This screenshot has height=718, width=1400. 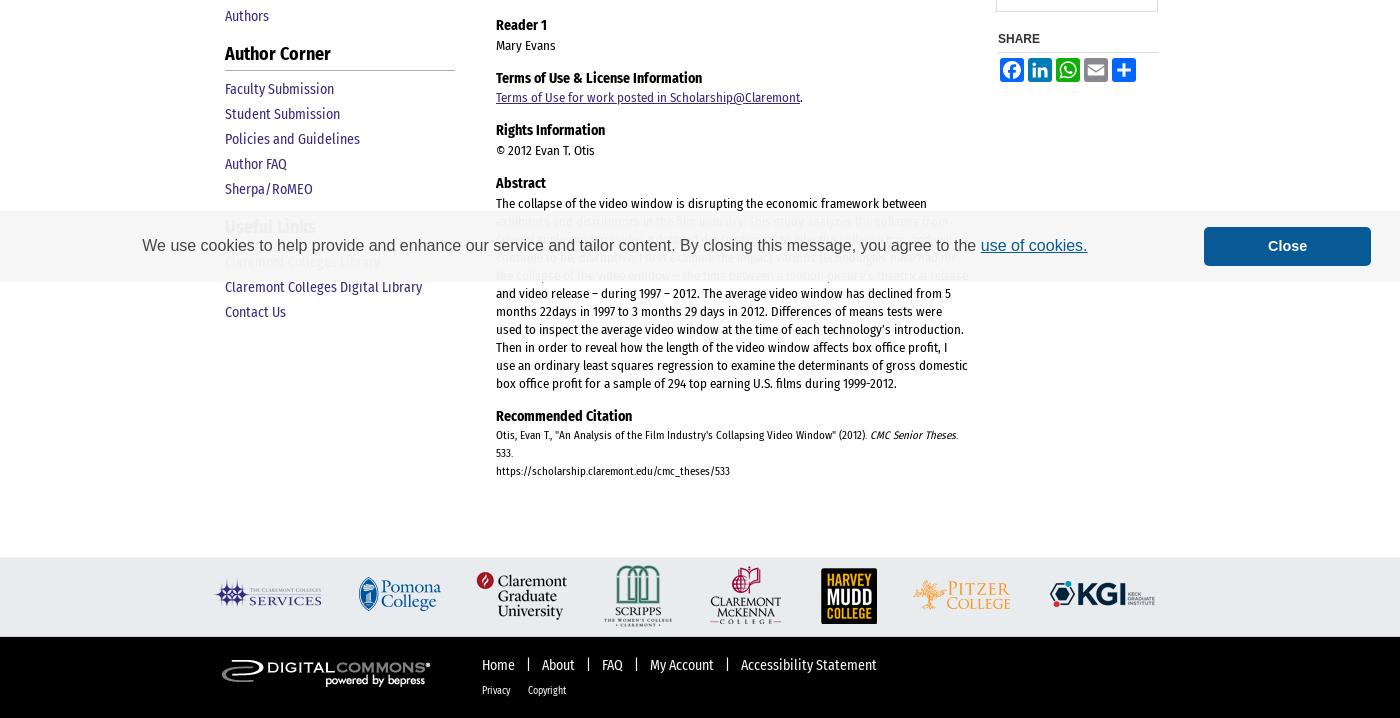 What do you see at coordinates (546, 688) in the screenshot?
I see `'Copyright'` at bounding box center [546, 688].